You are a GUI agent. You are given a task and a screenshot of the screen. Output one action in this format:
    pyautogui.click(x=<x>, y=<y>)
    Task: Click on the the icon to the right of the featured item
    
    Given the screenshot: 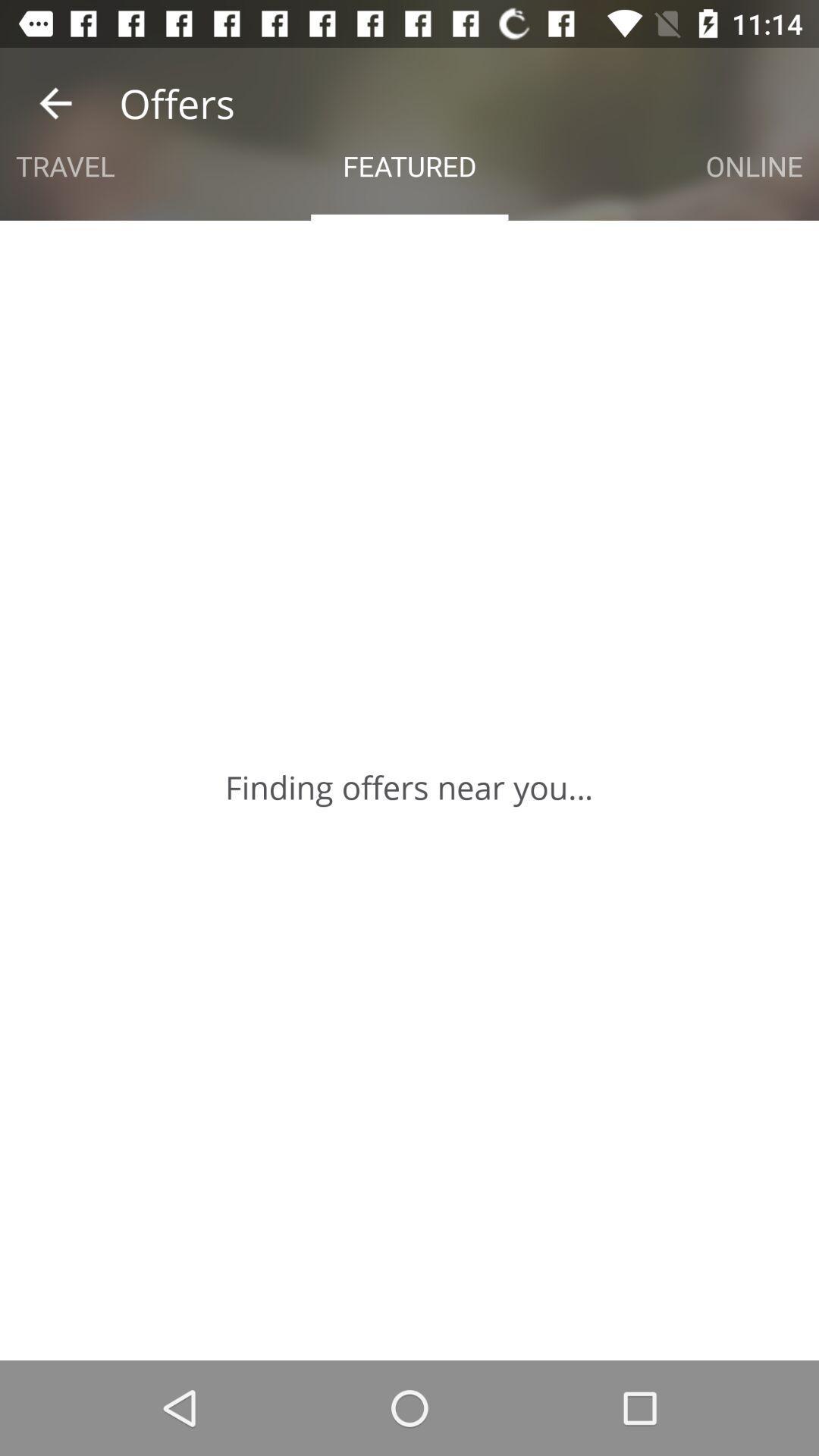 What is the action you would take?
    pyautogui.click(x=754, y=166)
    